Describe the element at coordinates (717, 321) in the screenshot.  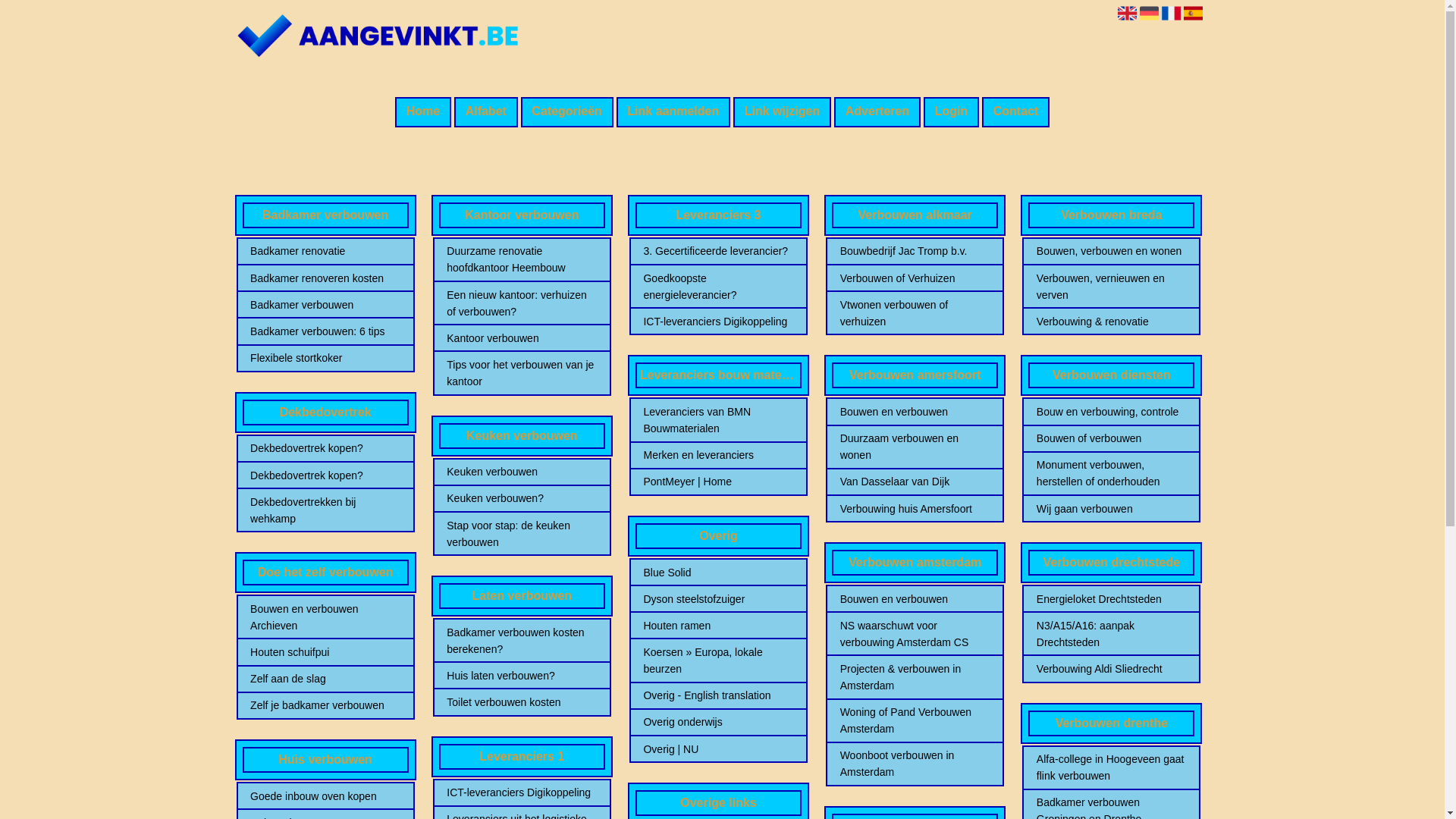
I see `'ICT-leveranciers Digikoppeling'` at that location.